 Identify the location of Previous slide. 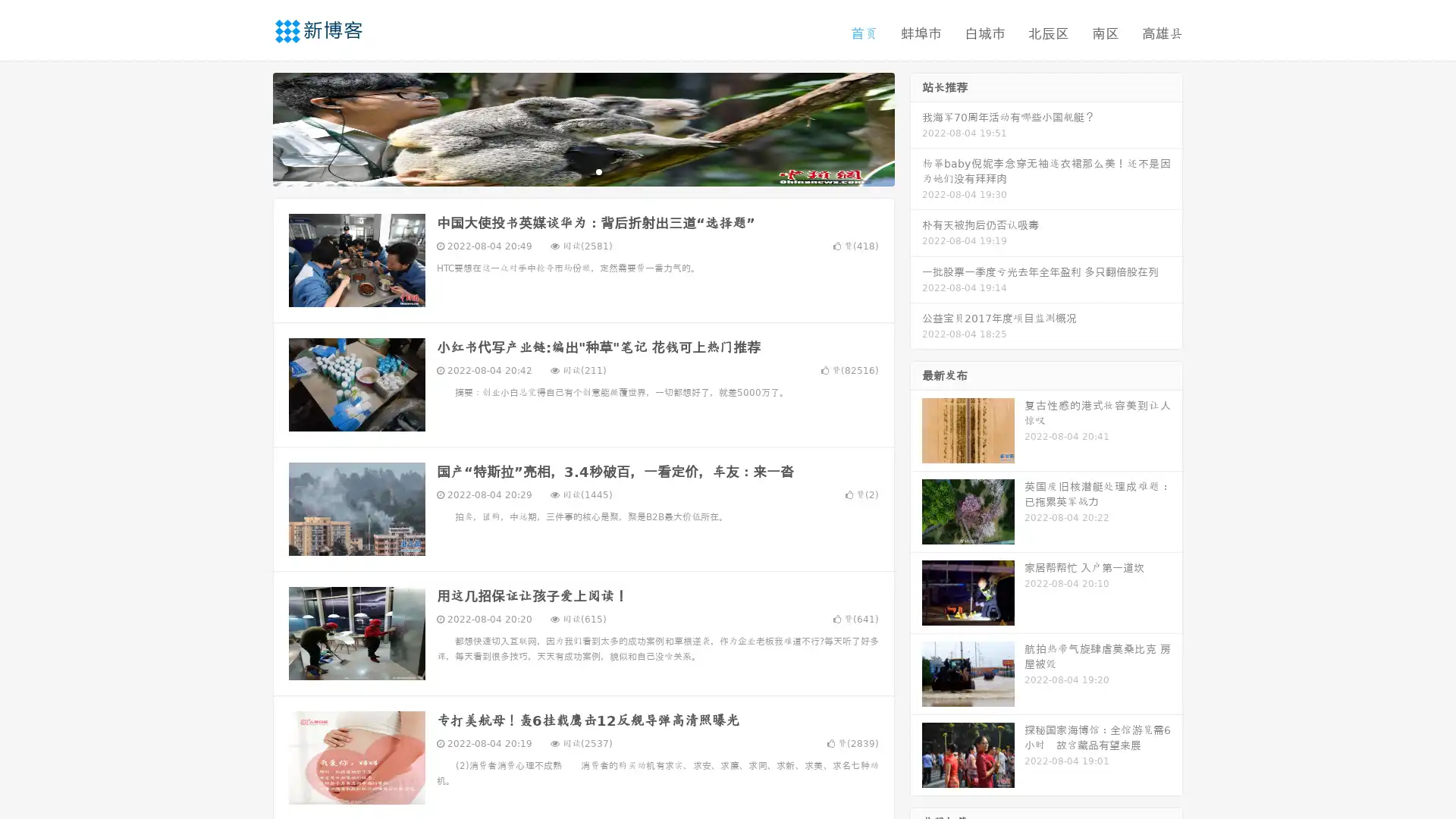
(250, 127).